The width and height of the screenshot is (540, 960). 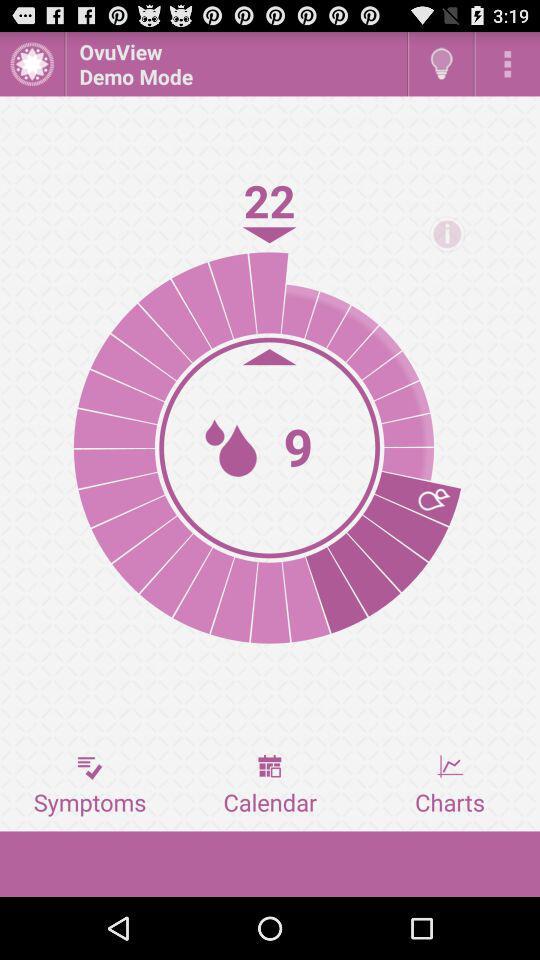 I want to click on symptoms item, so click(x=89, y=785).